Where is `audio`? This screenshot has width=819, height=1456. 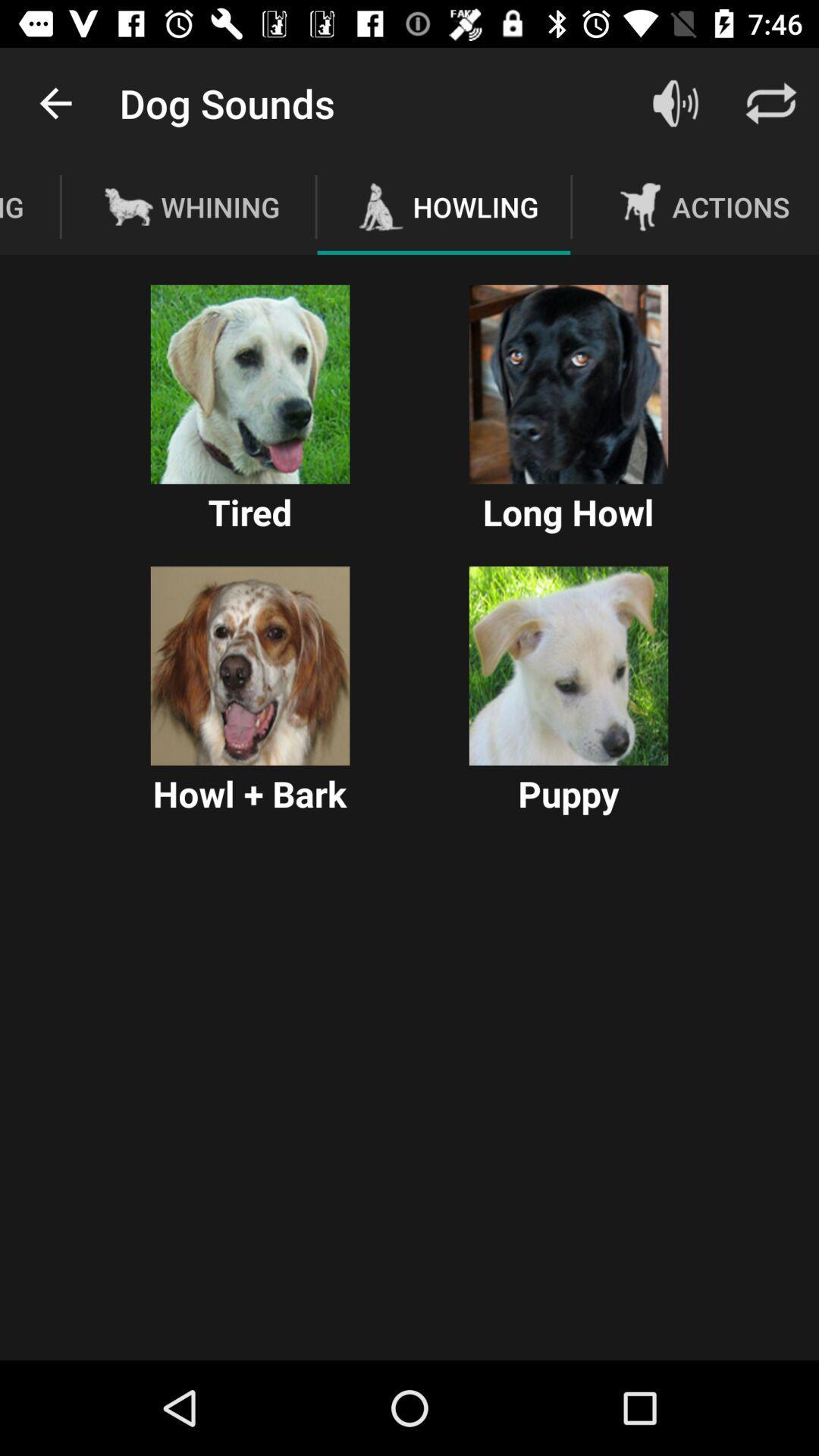 audio is located at coordinates (568, 666).